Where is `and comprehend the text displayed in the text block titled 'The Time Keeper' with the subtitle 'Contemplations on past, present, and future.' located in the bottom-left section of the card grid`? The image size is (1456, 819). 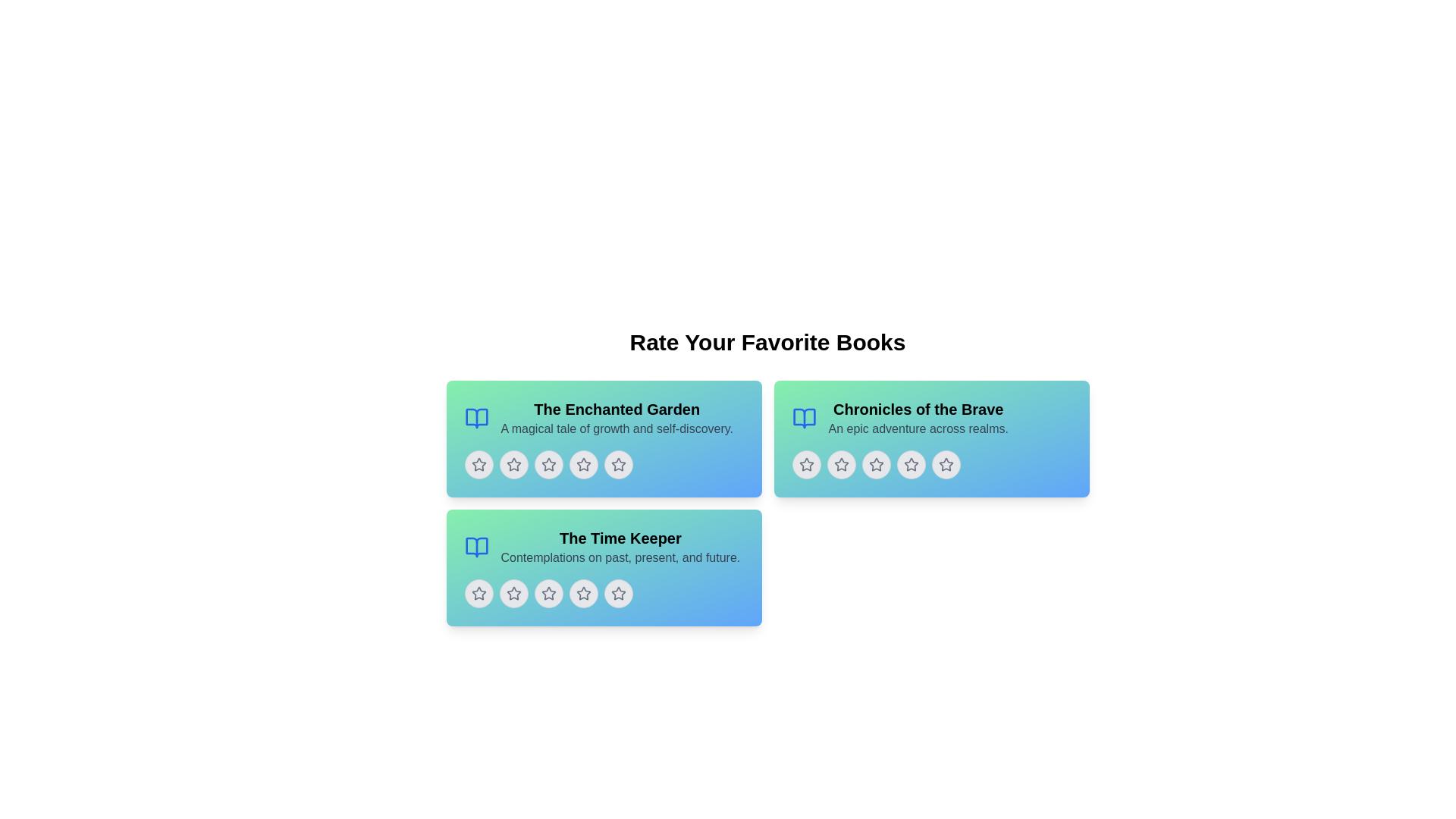 and comprehend the text displayed in the text block titled 'The Time Keeper' with the subtitle 'Contemplations on past, present, and future.' located in the bottom-left section of the card grid is located at coordinates (620, 547).